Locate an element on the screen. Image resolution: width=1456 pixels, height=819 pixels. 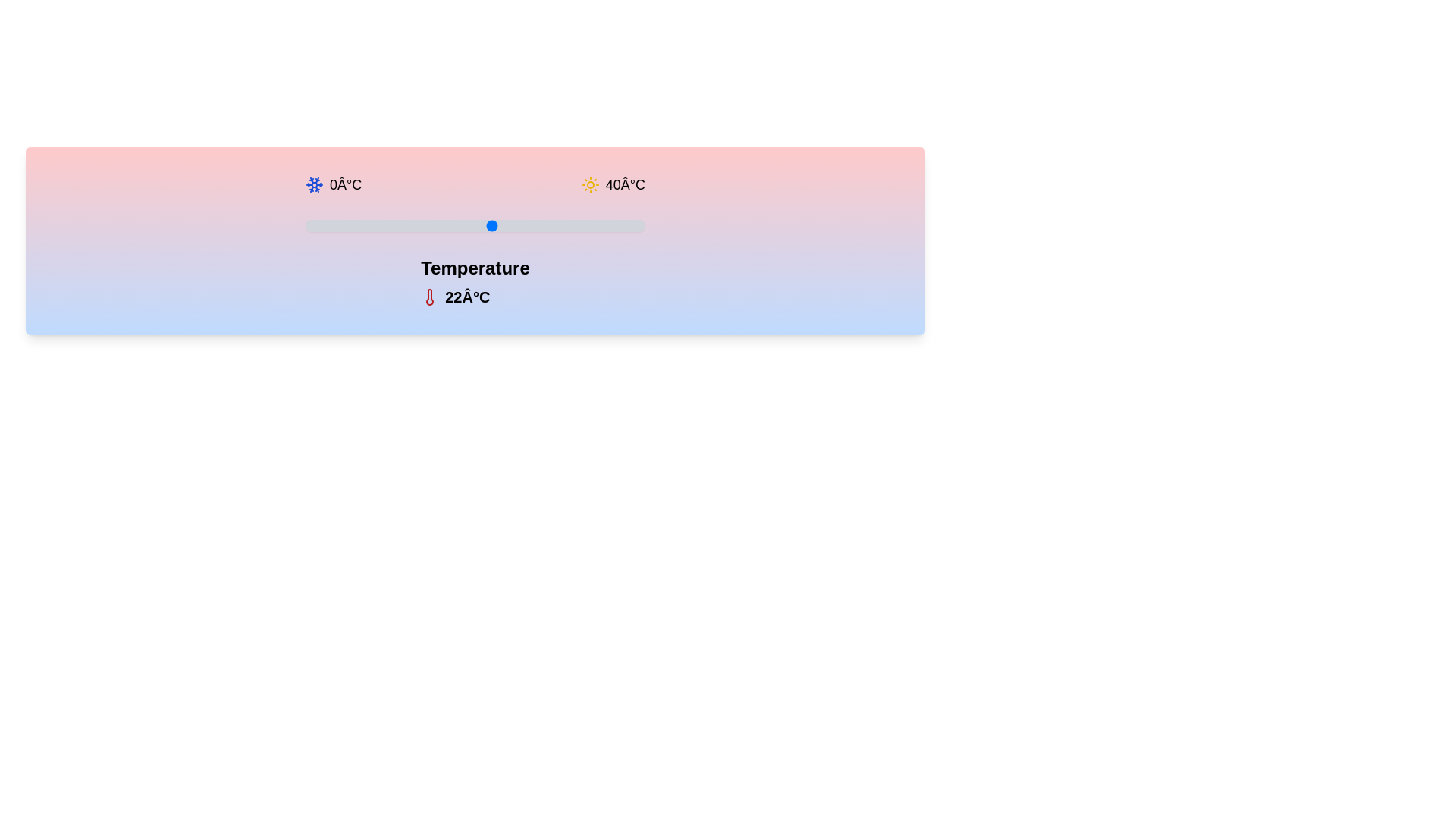
the slider to set the temperature to 3°C is located at coordinates (330, 225).